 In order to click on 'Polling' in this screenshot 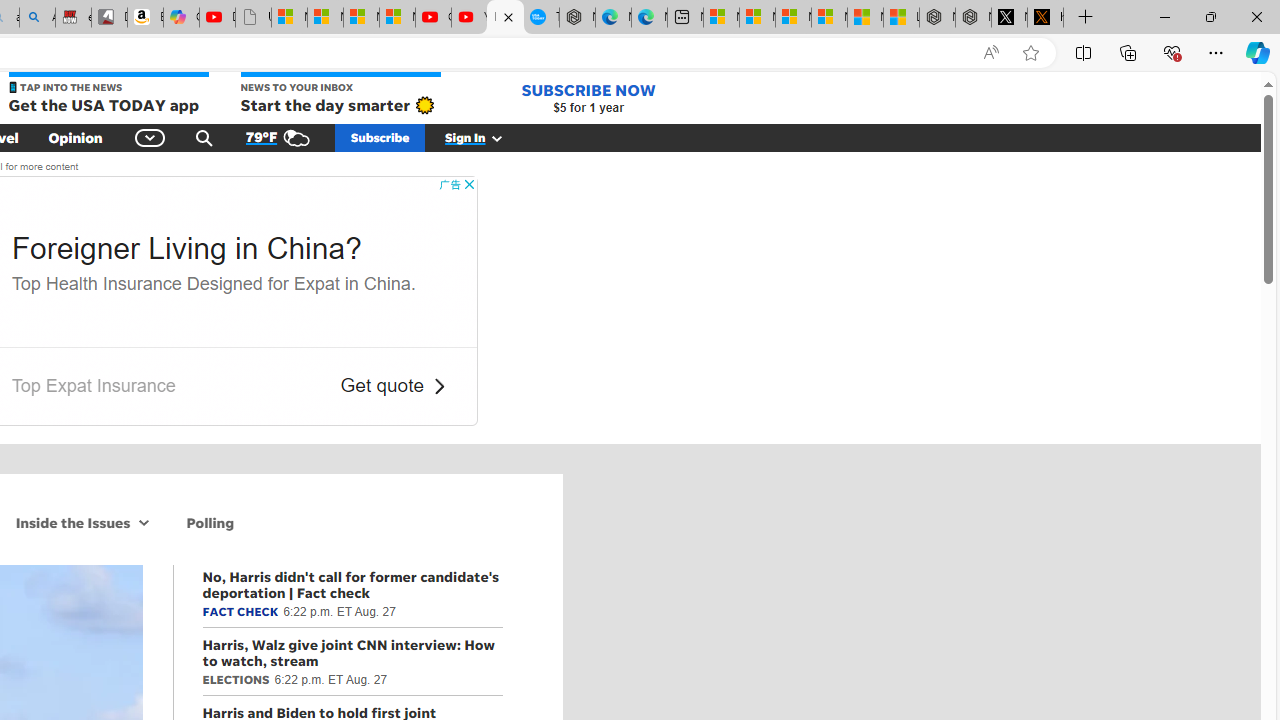, I will do `click(210, 521)`.